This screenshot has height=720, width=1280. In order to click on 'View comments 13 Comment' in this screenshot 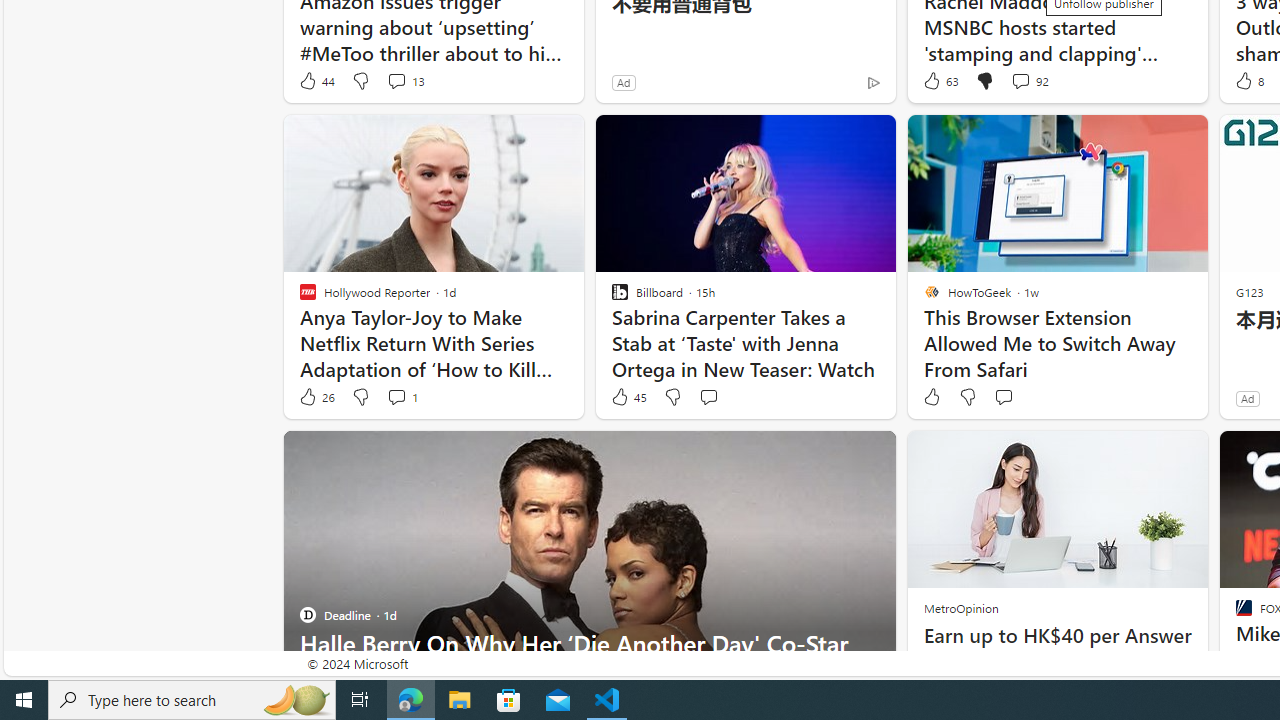, I will do `click(404, 80)`.